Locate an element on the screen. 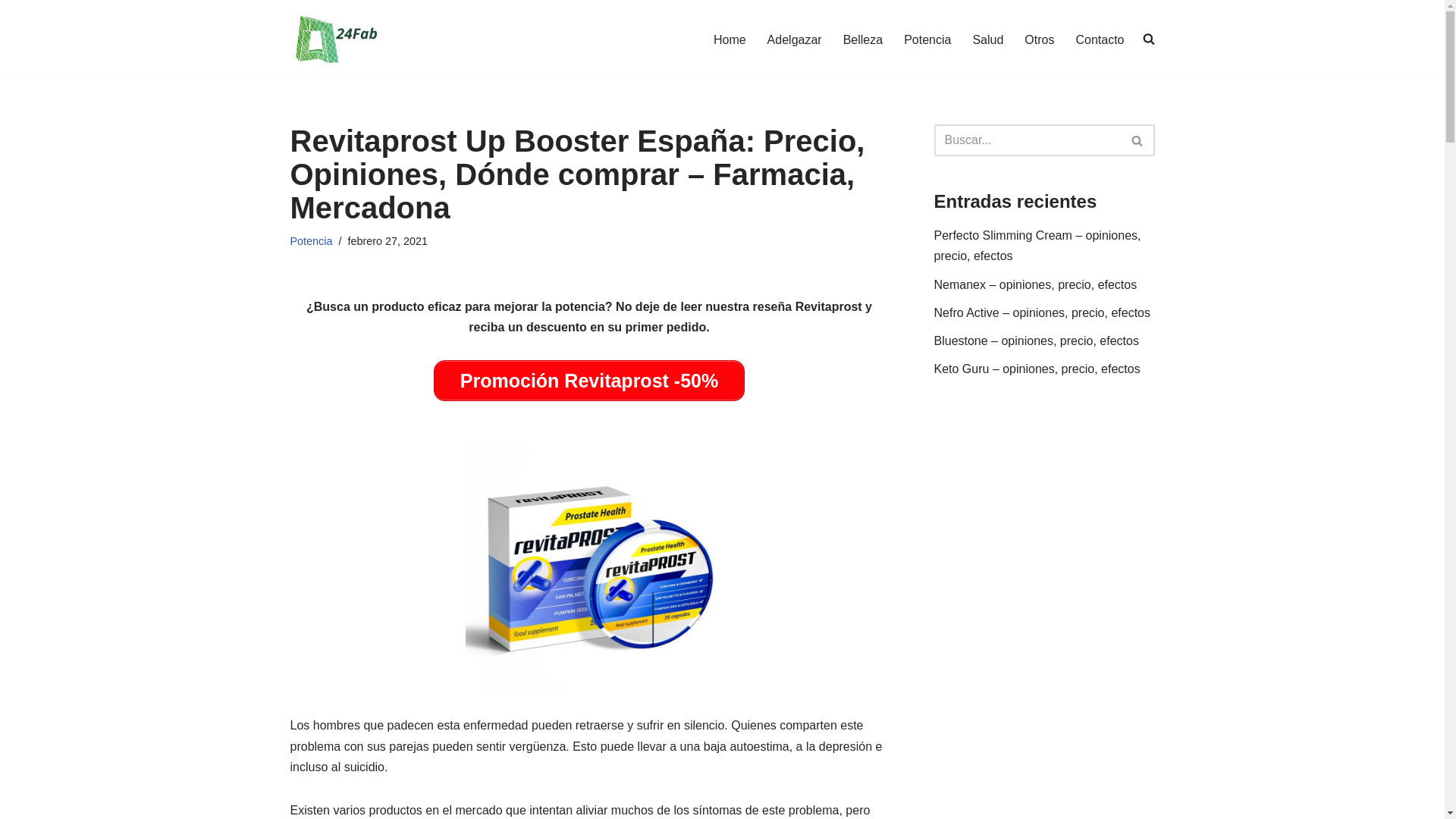  'Saltar al contenido' is located at coordinates (11, 32).